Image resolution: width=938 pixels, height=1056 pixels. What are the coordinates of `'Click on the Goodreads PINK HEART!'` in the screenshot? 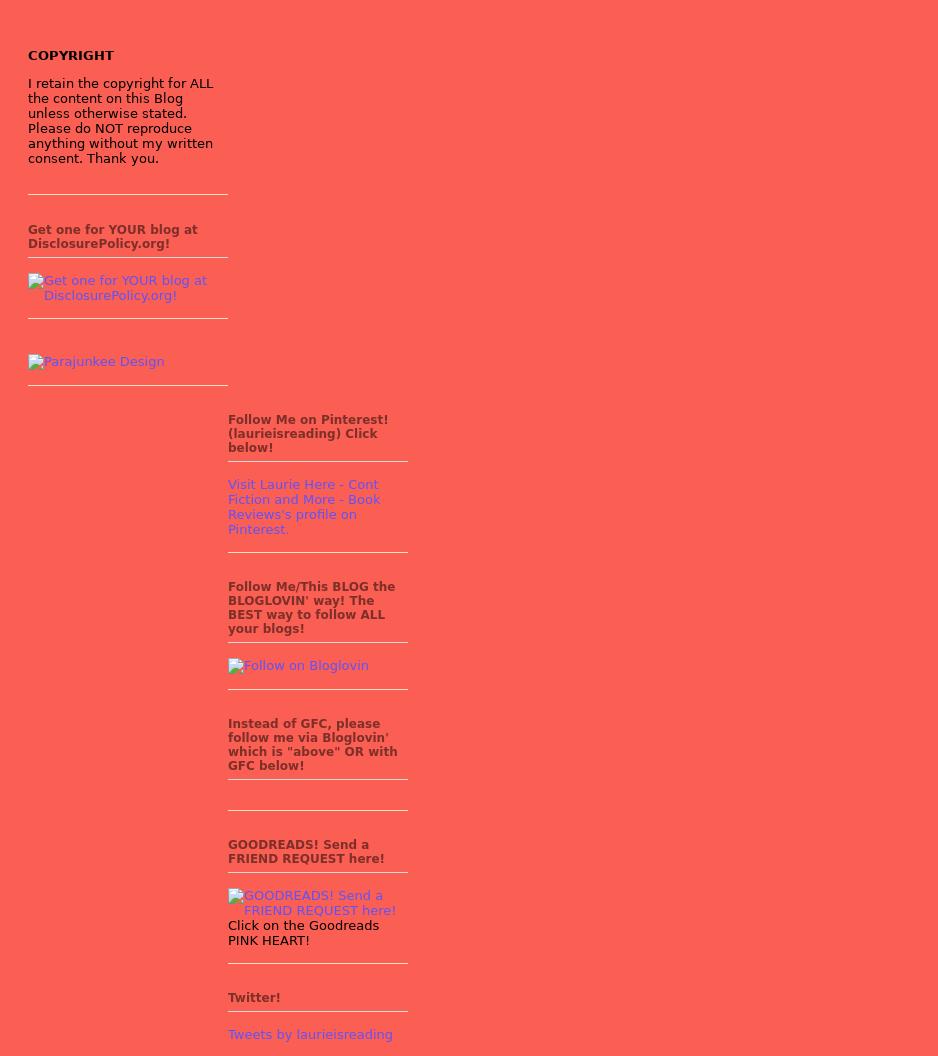 It's located at (302, 932).